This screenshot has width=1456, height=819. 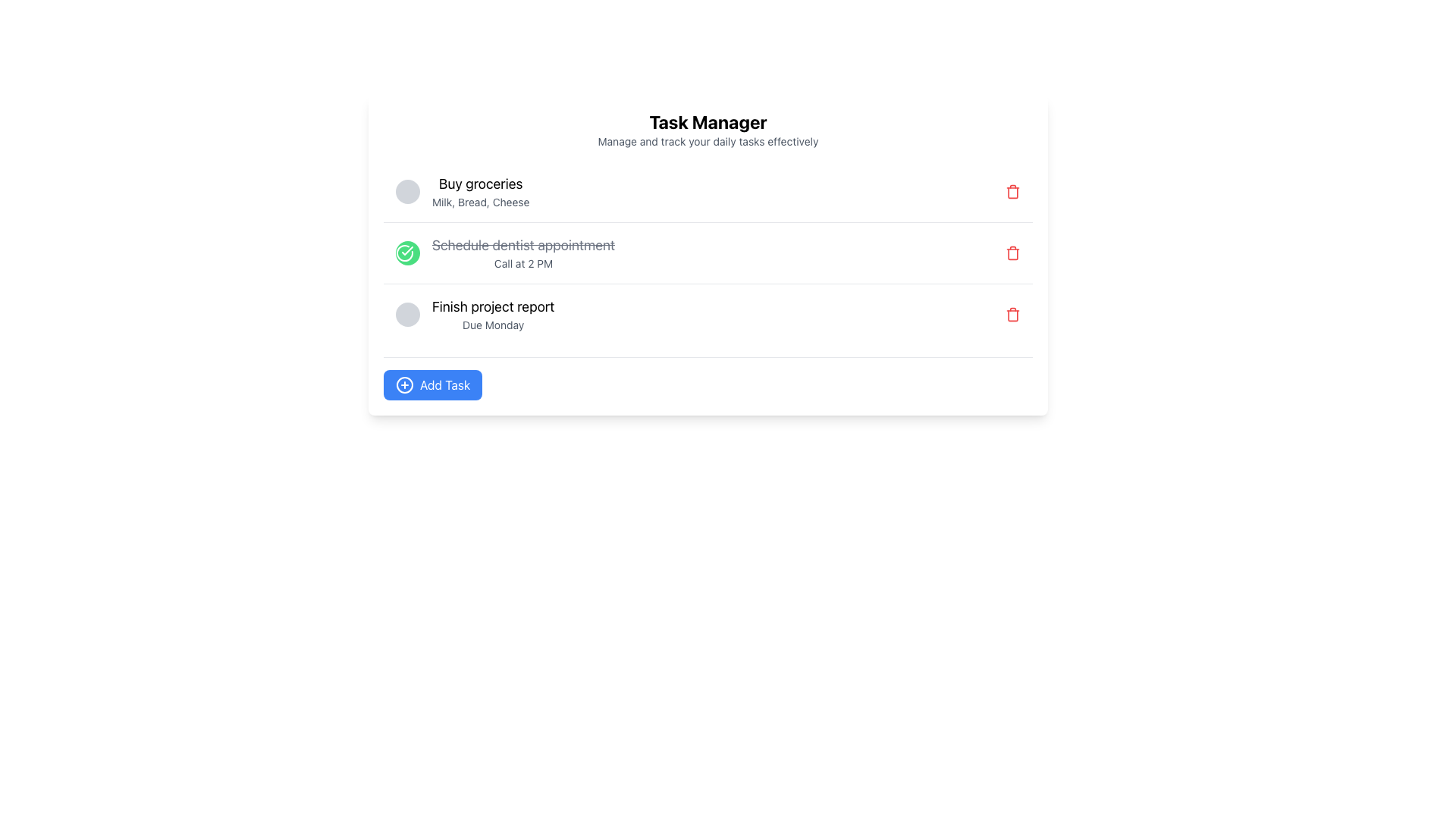 I want to click on the static text header that contains the text 'Buy groceries', which is visually distinct due to its larger, bold black font, located above the task details, so click(x=480, y=184).